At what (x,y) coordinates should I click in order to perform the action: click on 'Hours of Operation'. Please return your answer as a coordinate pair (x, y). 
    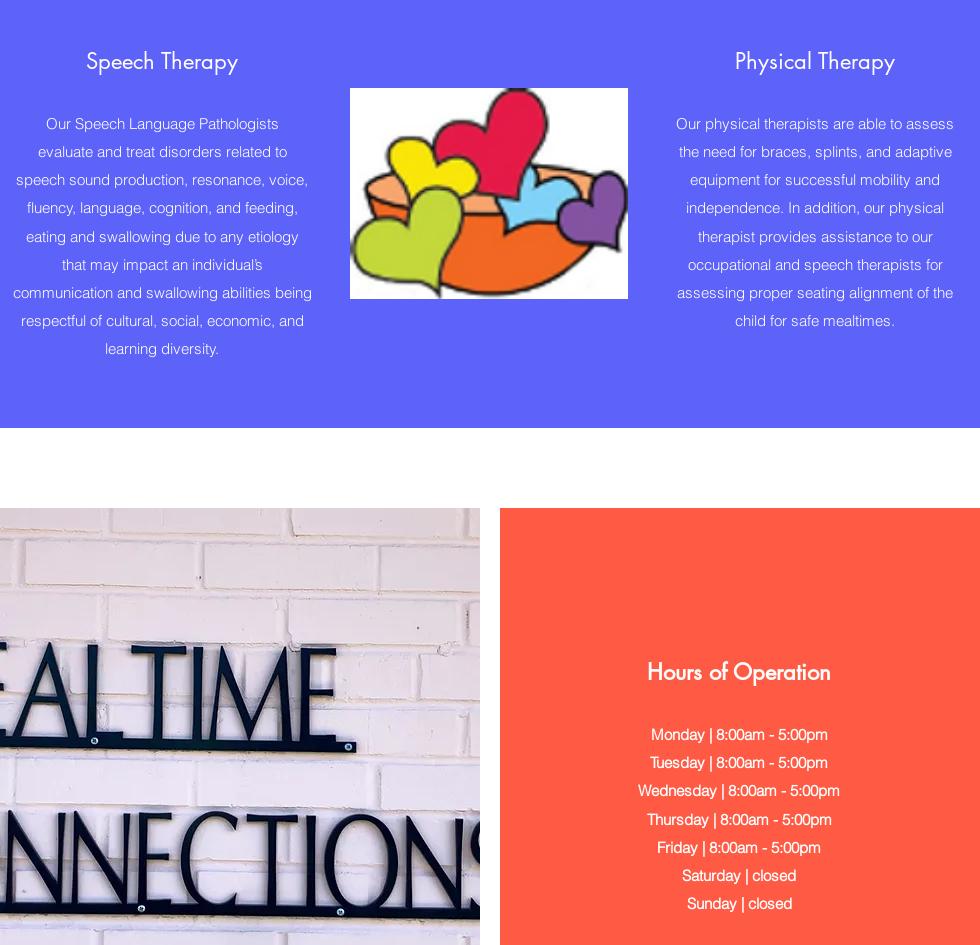
    Looking at the image, I should click on (739, 670).